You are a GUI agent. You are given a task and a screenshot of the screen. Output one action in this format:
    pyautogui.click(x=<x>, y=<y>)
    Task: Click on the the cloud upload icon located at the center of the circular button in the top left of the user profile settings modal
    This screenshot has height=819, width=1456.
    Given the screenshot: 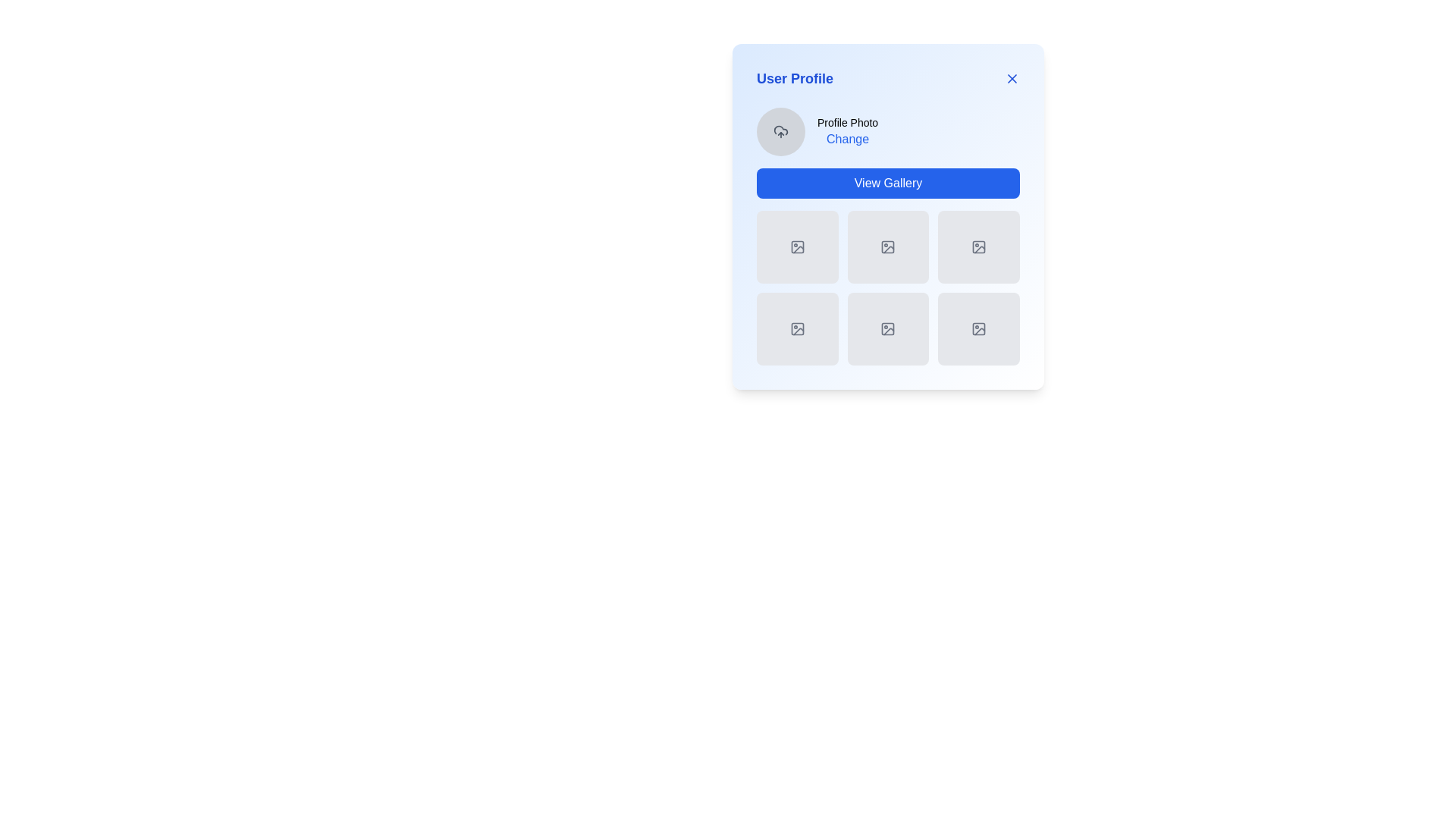 What is the action you would take?
    pyautogui.click(x=781, y=130)
    